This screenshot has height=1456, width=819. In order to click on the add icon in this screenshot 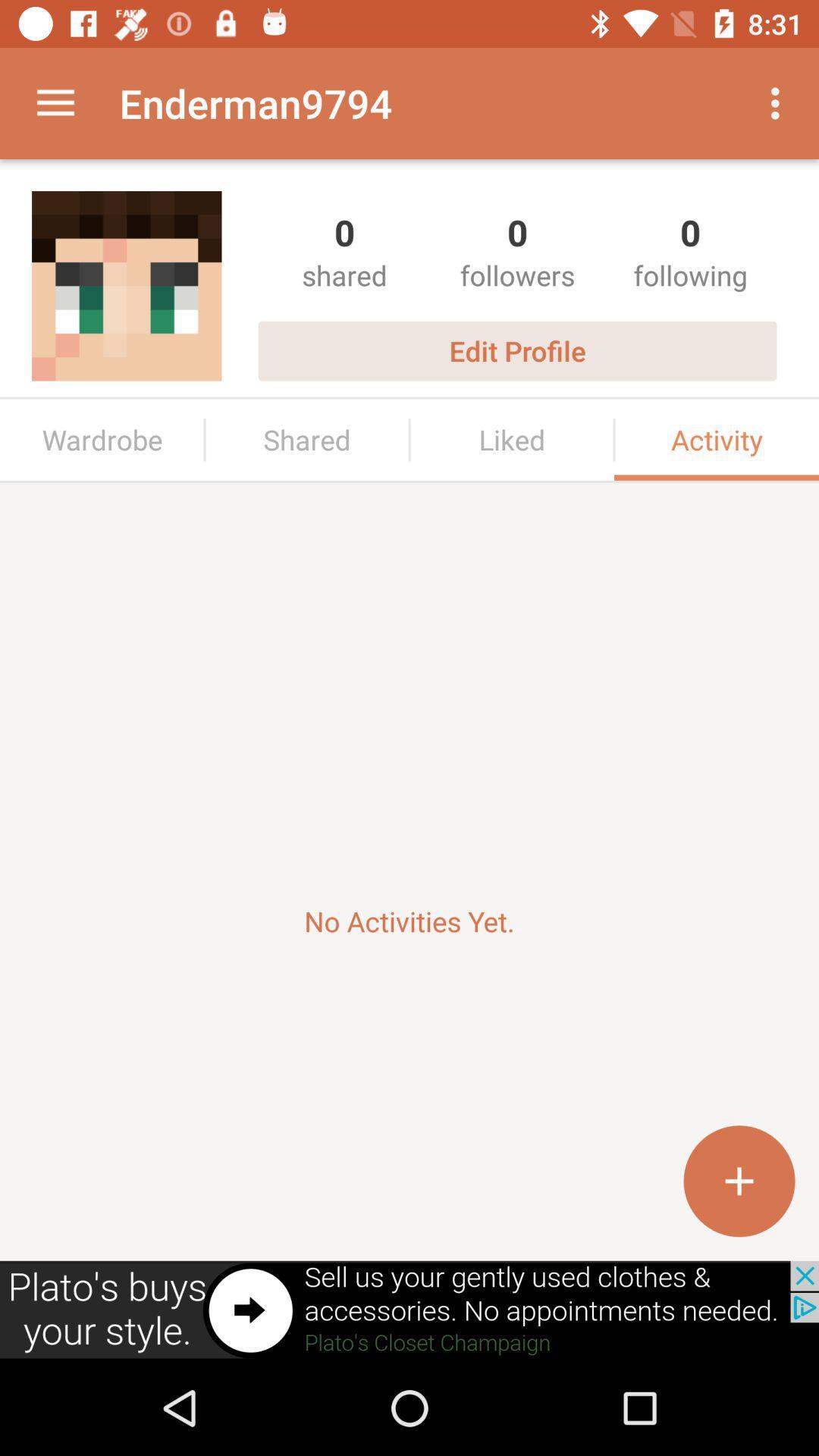, I will do `click(739, 1180)`.